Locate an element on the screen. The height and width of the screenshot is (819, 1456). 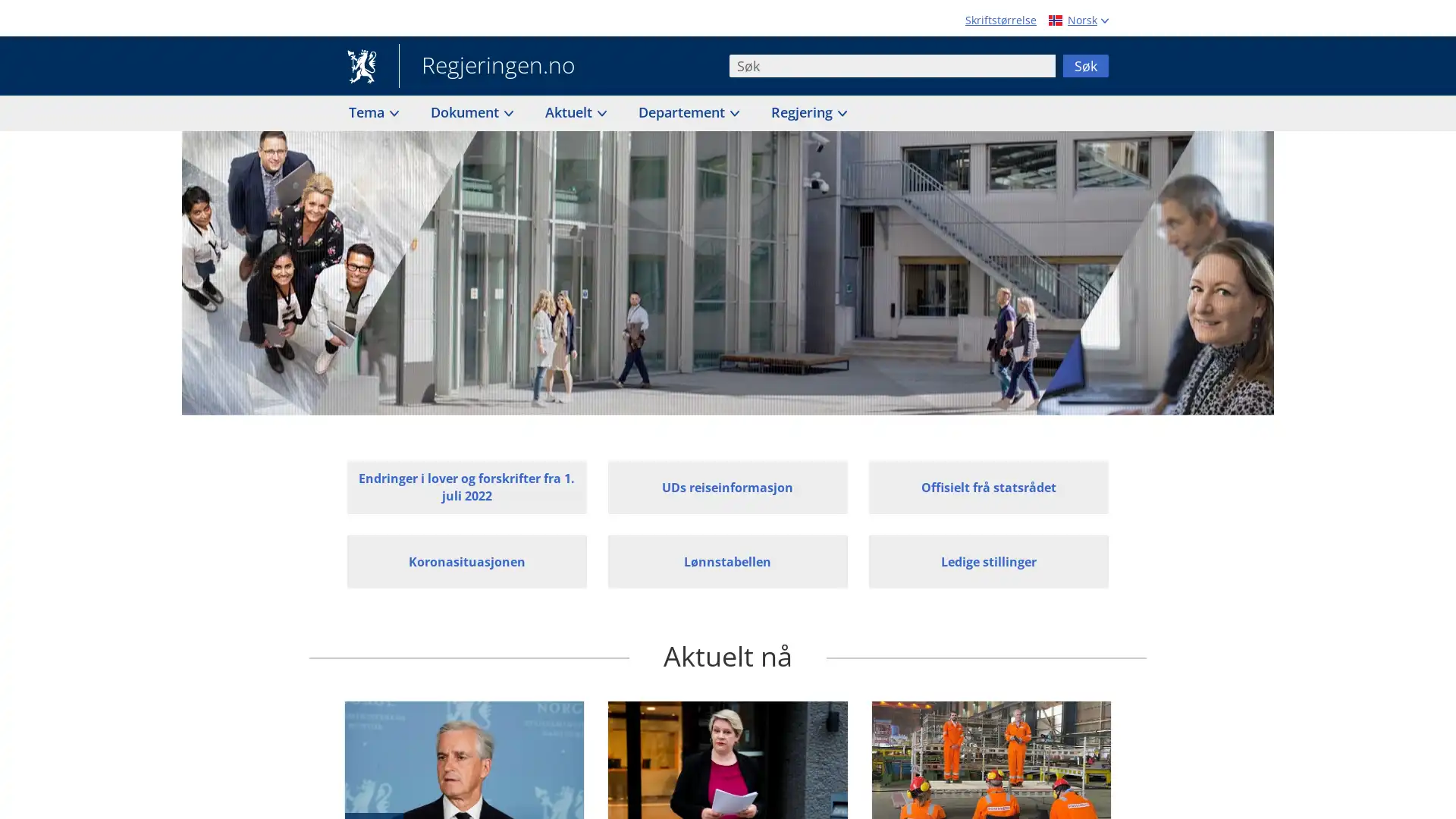
Aktuelt is located at coordinates (574, 111).